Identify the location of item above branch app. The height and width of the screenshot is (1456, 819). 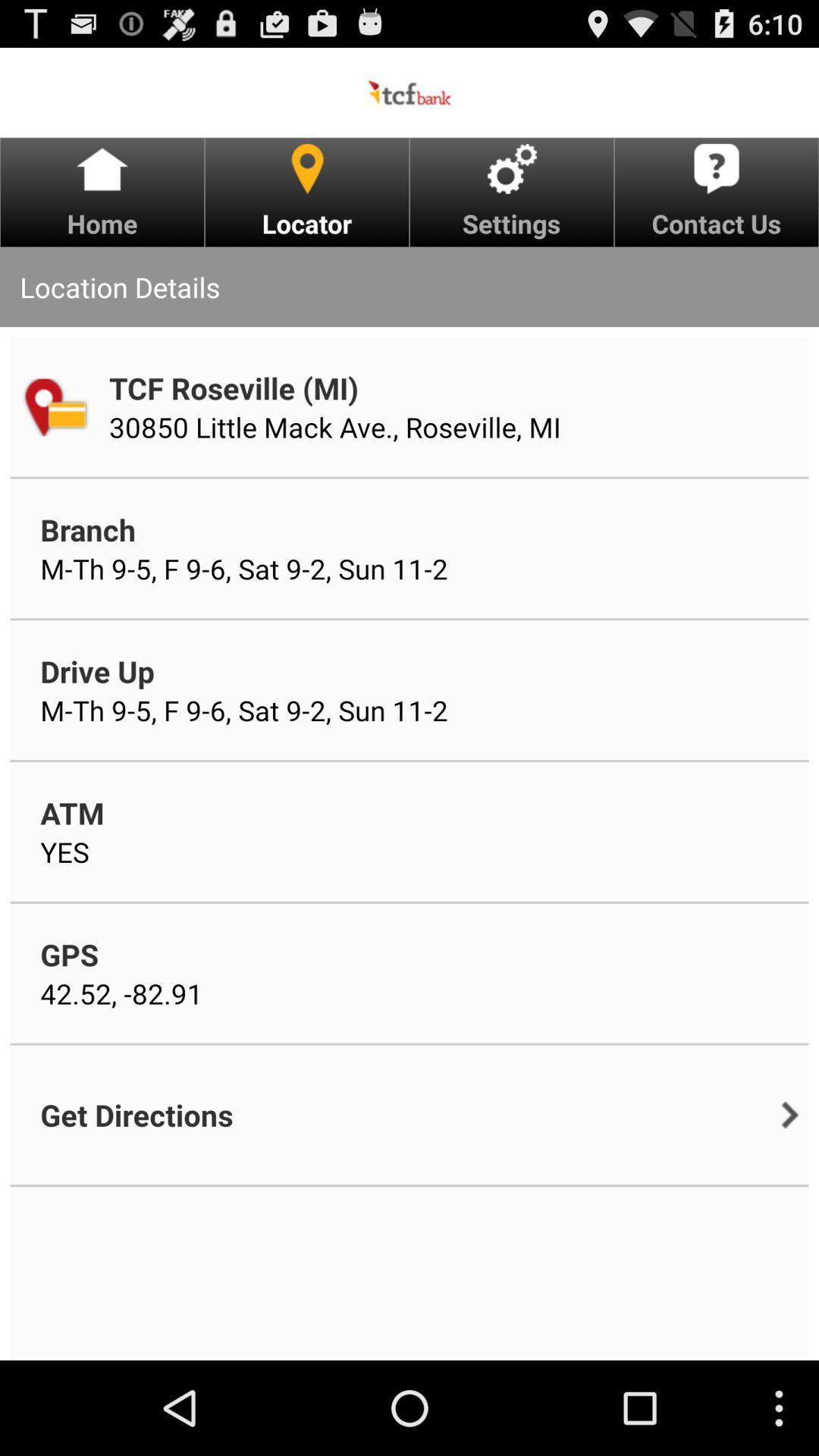
(334, 426).